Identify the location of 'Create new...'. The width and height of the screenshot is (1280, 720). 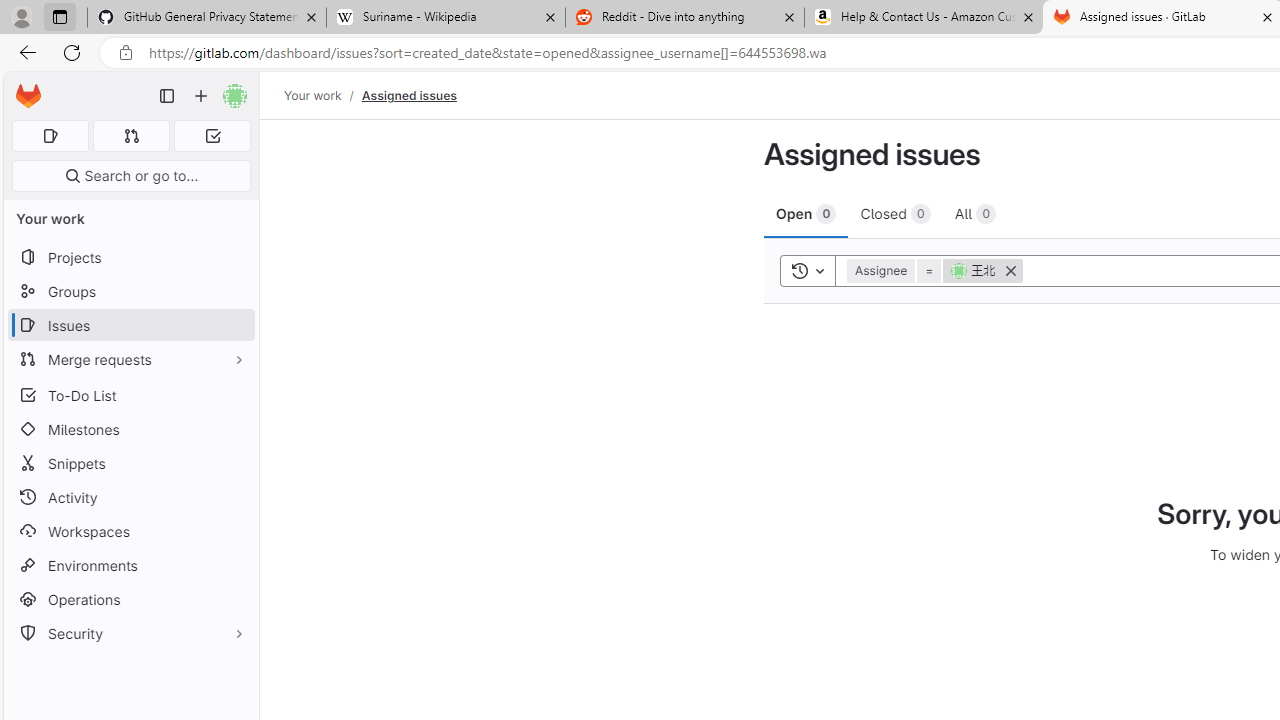
(201, 96).